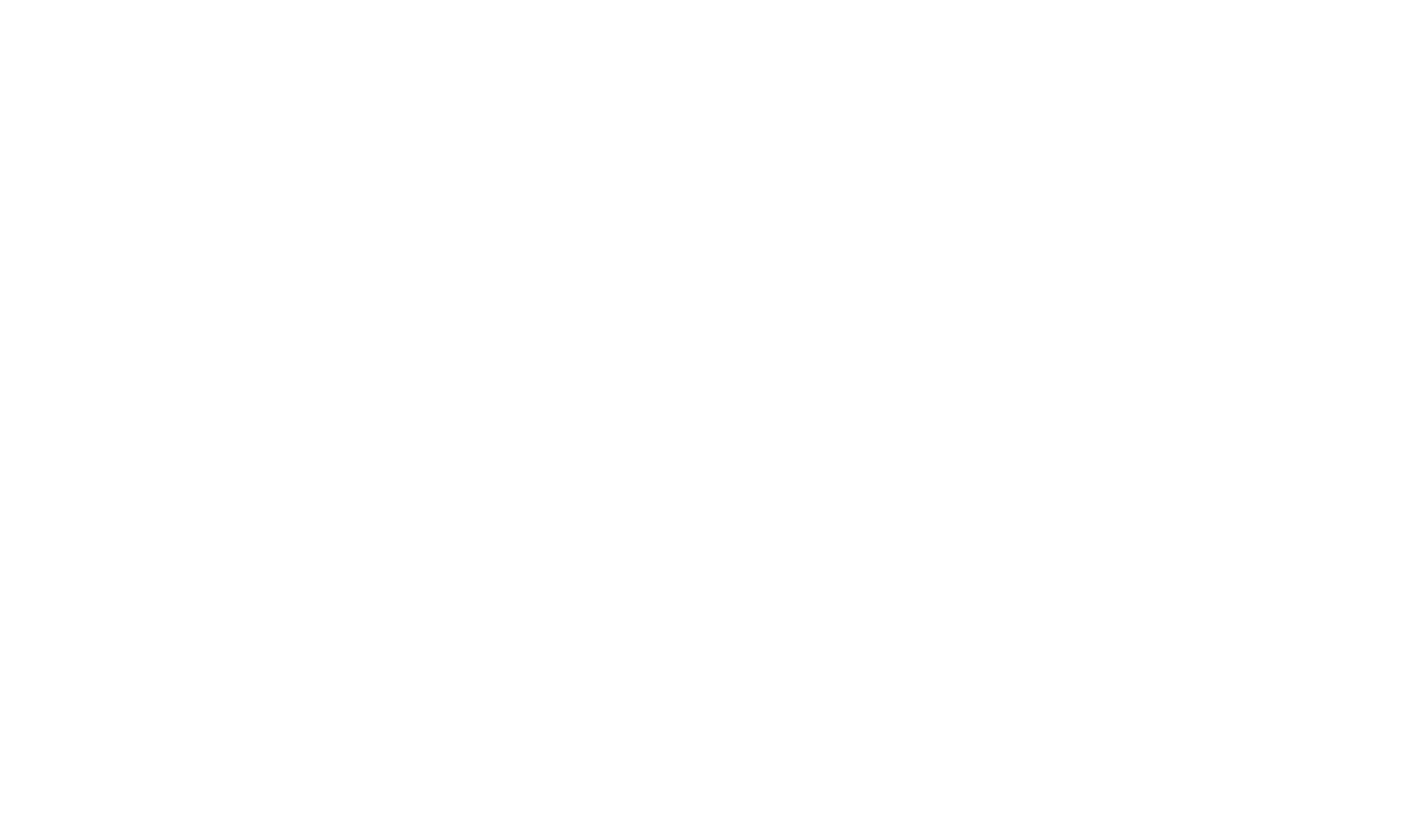  Describe the element at coordinates (360, 677) in the screenshot. I see `'. For large families, we offer magnificent family rooms and suites. Take advantage of the calm and comfort of our rooms to offer you real restful nights. All the rooms of our'` at that location.